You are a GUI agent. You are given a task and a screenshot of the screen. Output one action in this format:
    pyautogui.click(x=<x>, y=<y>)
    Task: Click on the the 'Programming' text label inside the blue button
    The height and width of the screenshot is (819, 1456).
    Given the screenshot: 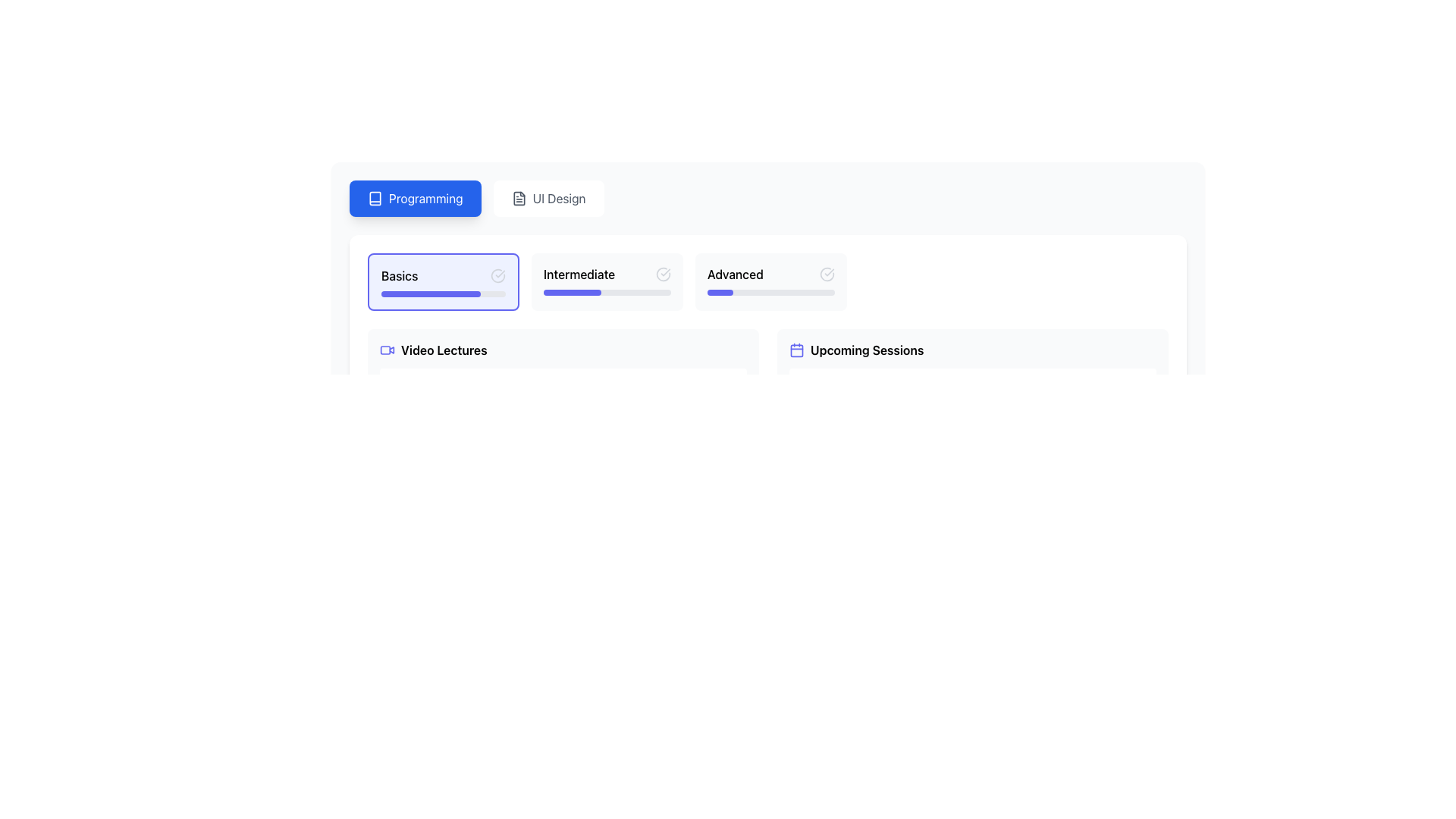 What is the action you would take?
    pyautogui.click(x=425, y=198)
    